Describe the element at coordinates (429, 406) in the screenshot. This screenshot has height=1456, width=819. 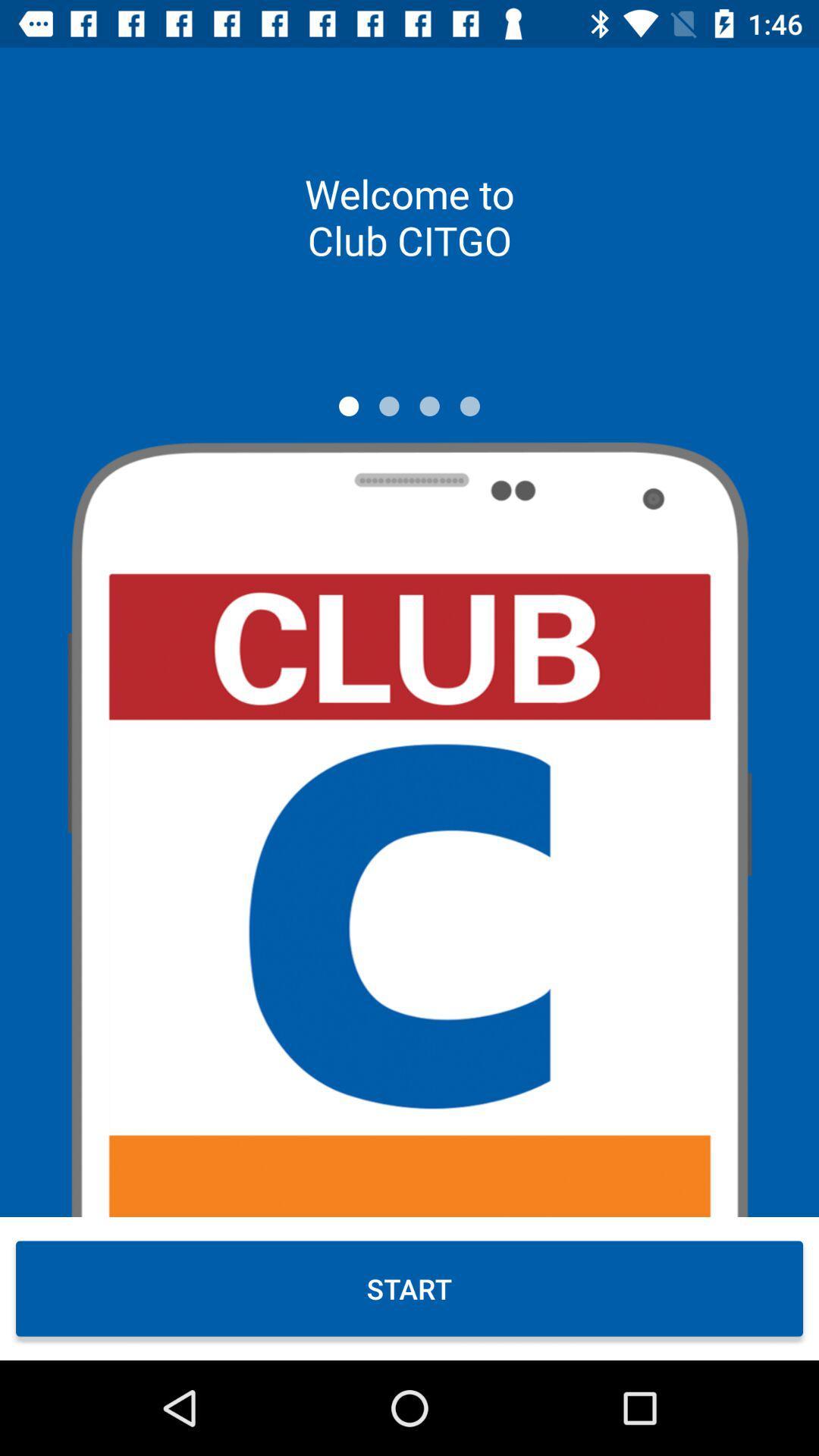
I see `icon below the welcome to club` at that location.